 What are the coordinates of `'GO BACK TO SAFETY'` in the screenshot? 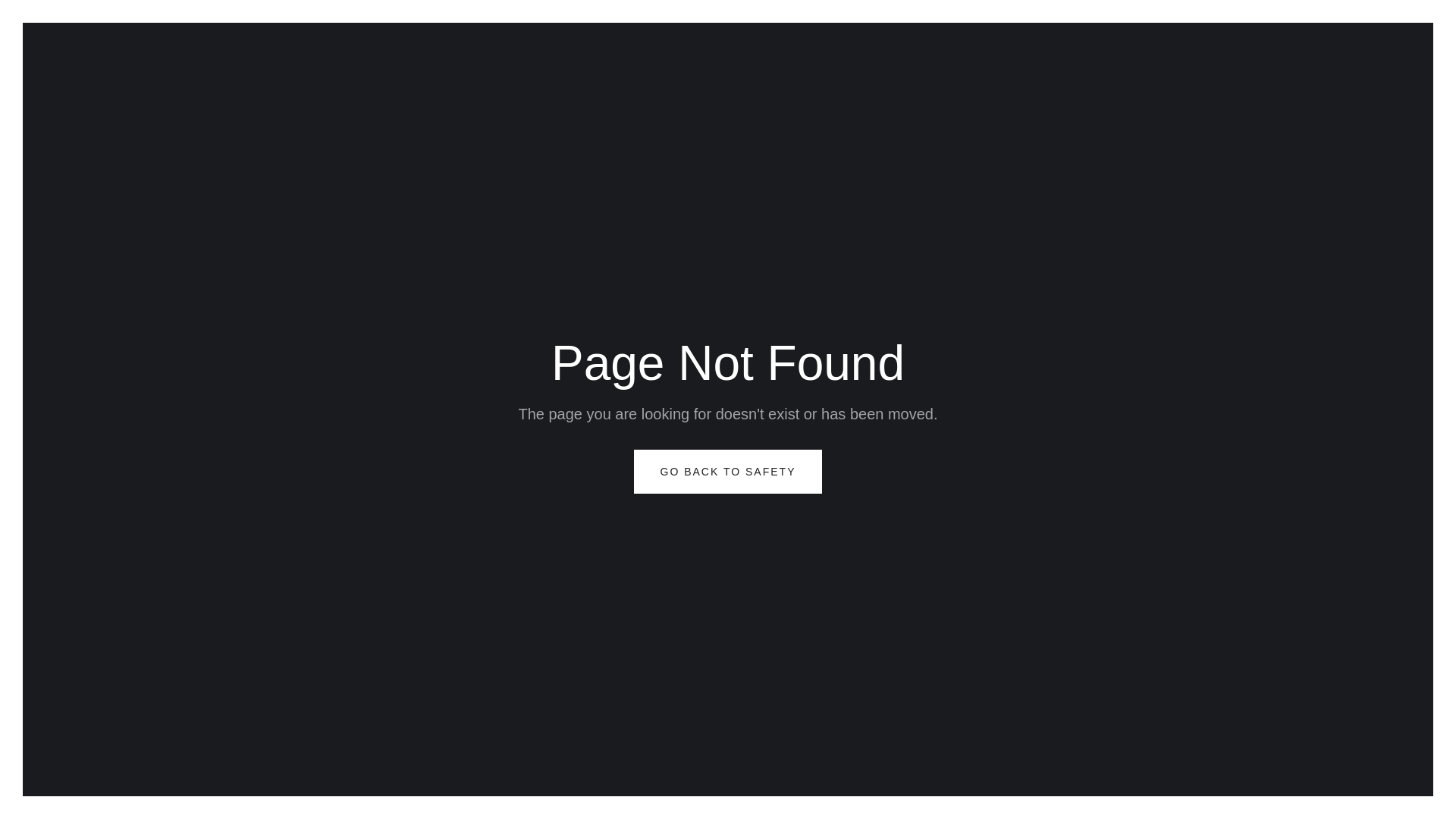 It's located at (728, 470).